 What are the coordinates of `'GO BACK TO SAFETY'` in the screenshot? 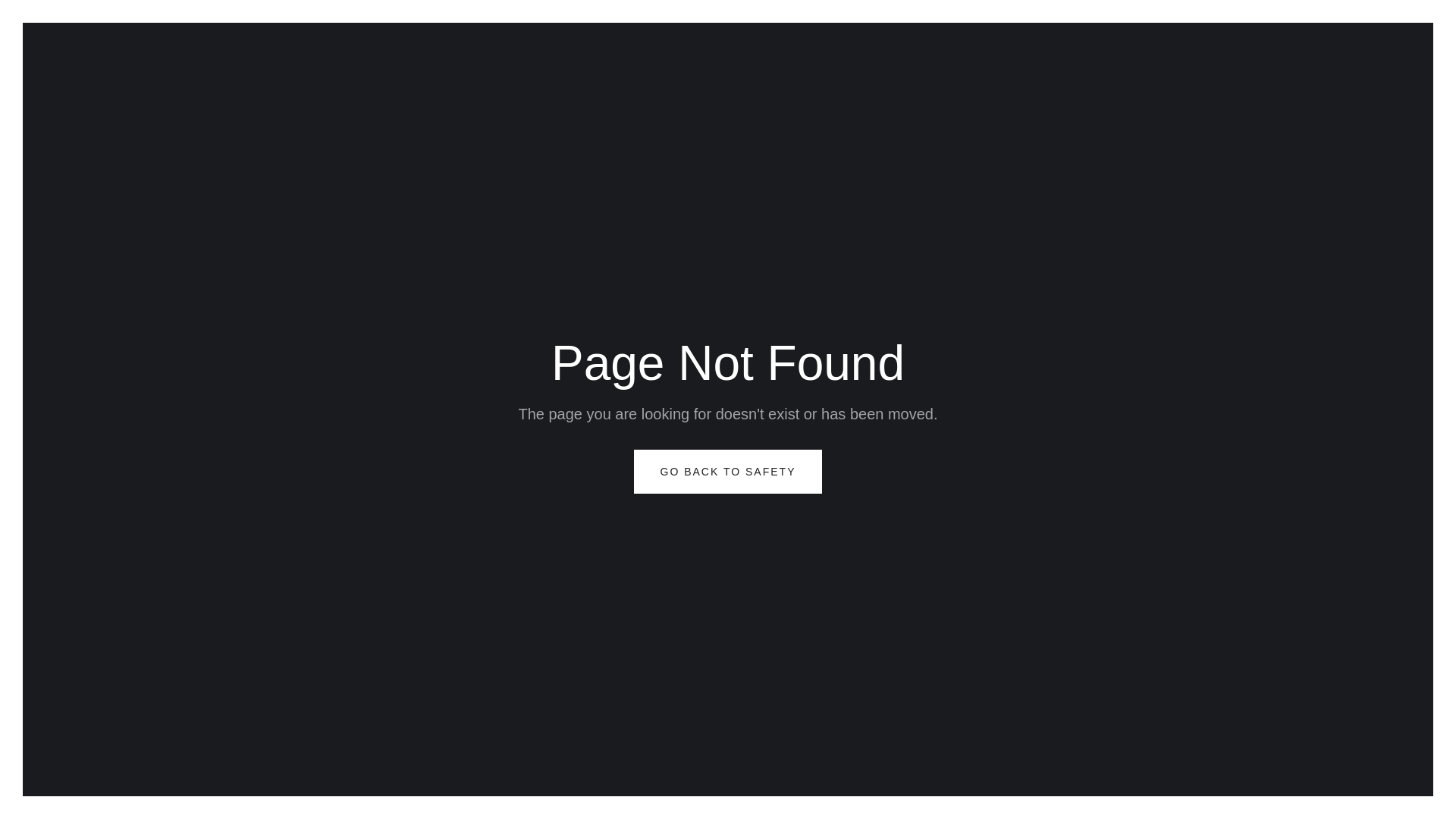 It's located at (728, 470).